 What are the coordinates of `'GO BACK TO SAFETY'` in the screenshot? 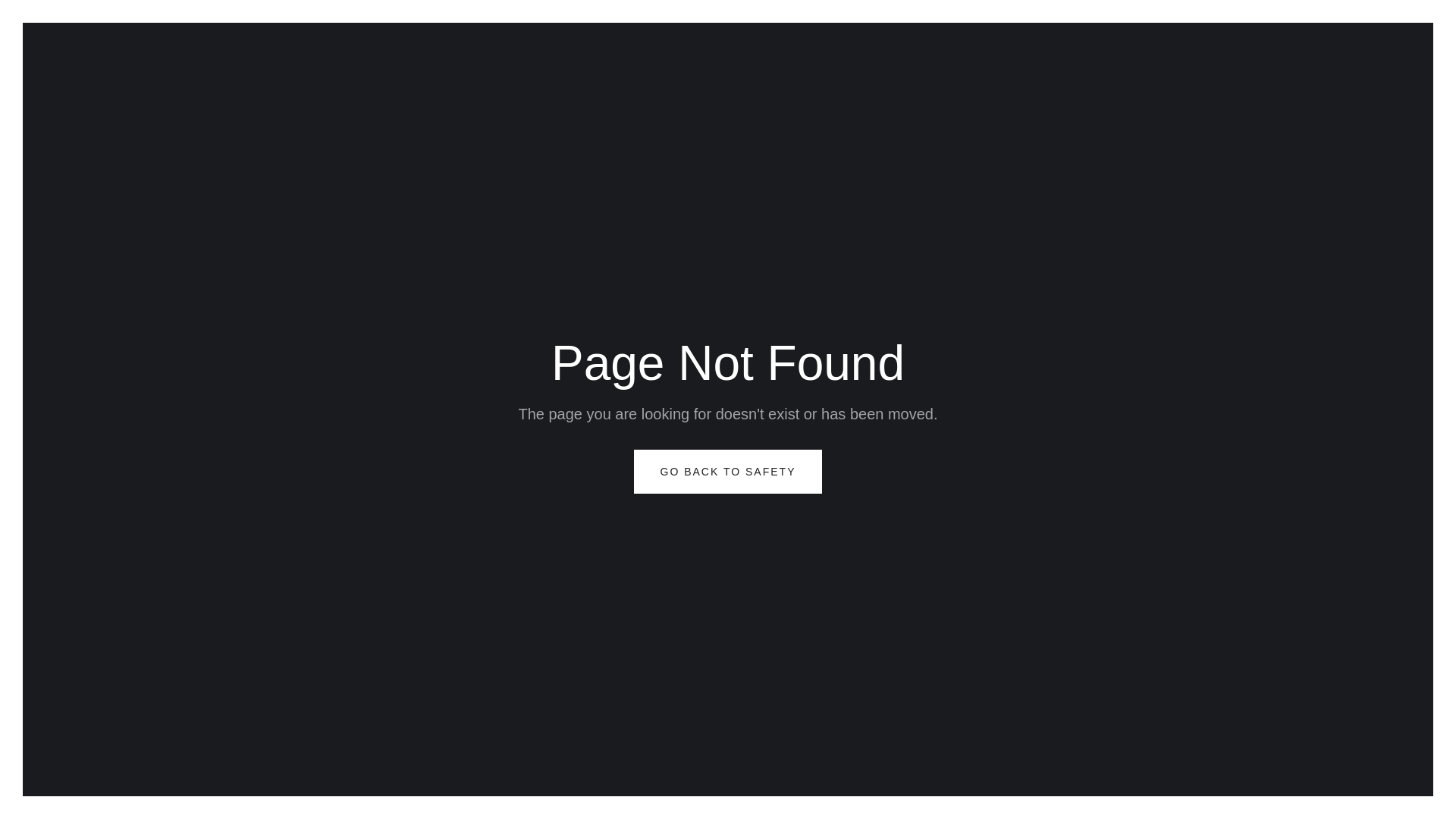 It's located at (728, 470).